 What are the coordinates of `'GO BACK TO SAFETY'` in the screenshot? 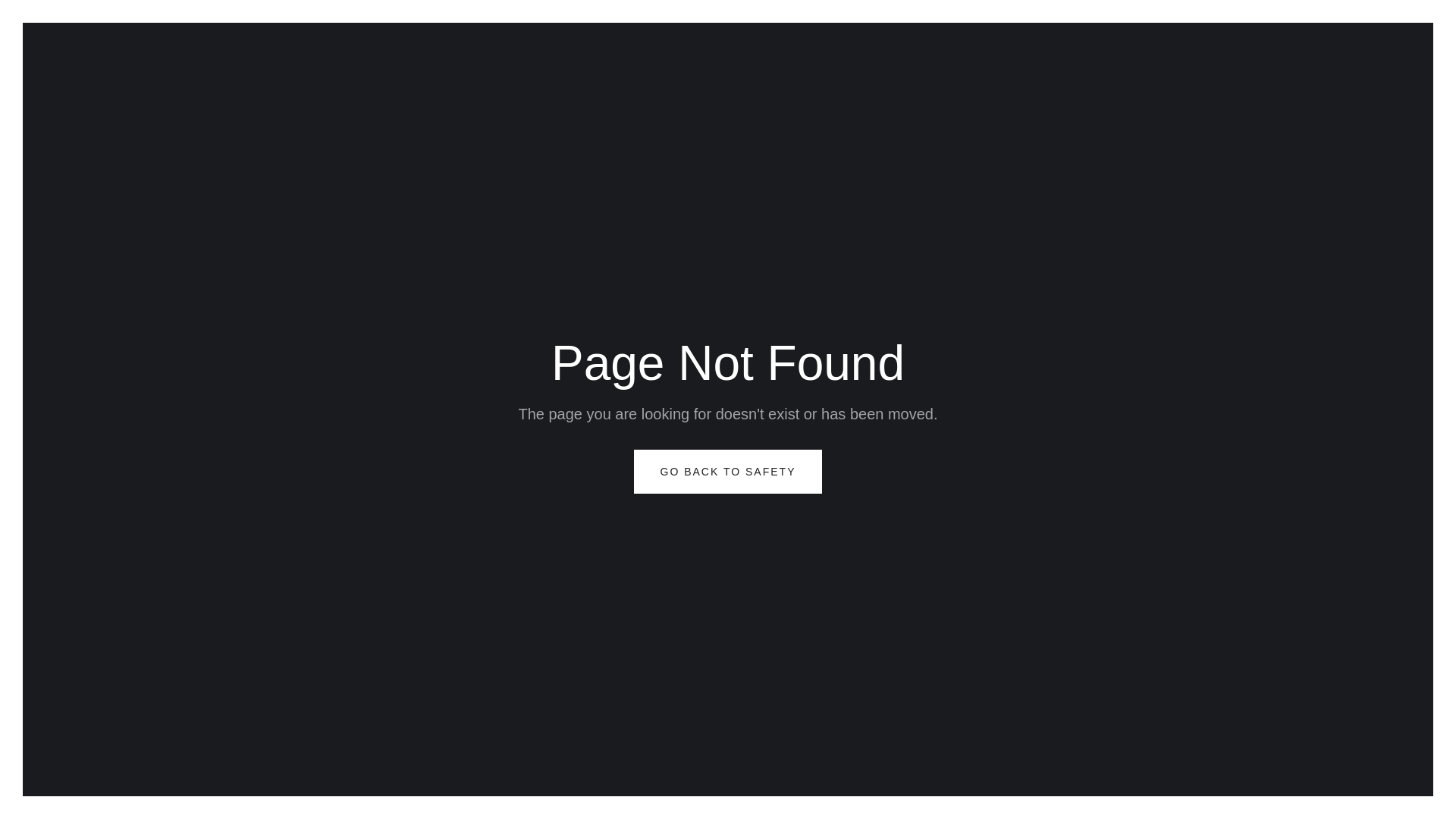 It's located at (728, 470).